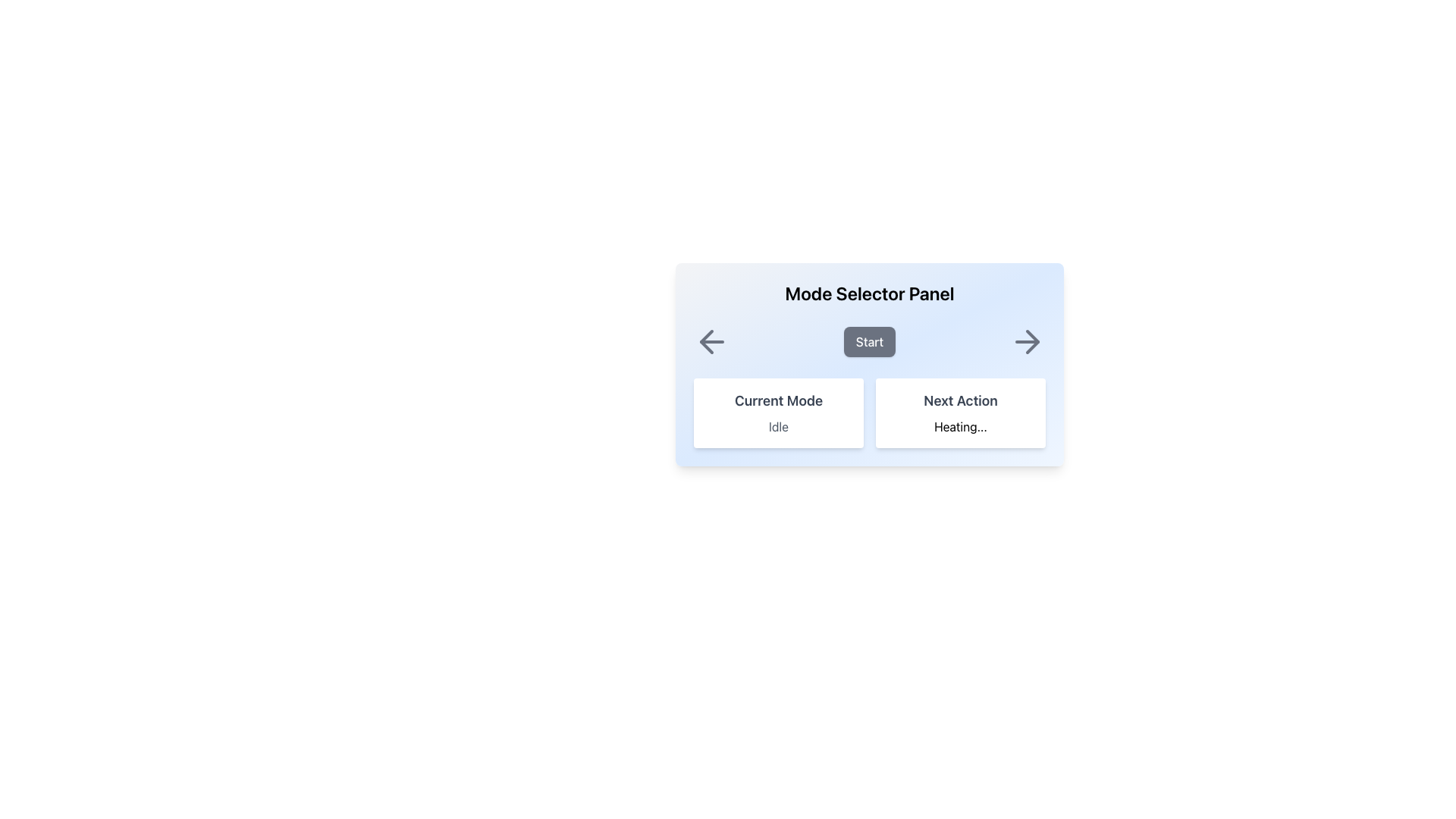  Describe the element at coordinates (779, 400) in the screenshot. I see `text from the 'Current Mode' label, which indicates the current operational mode of the system and is located at the top of a white card within the Mode Selector Panel` at that location.